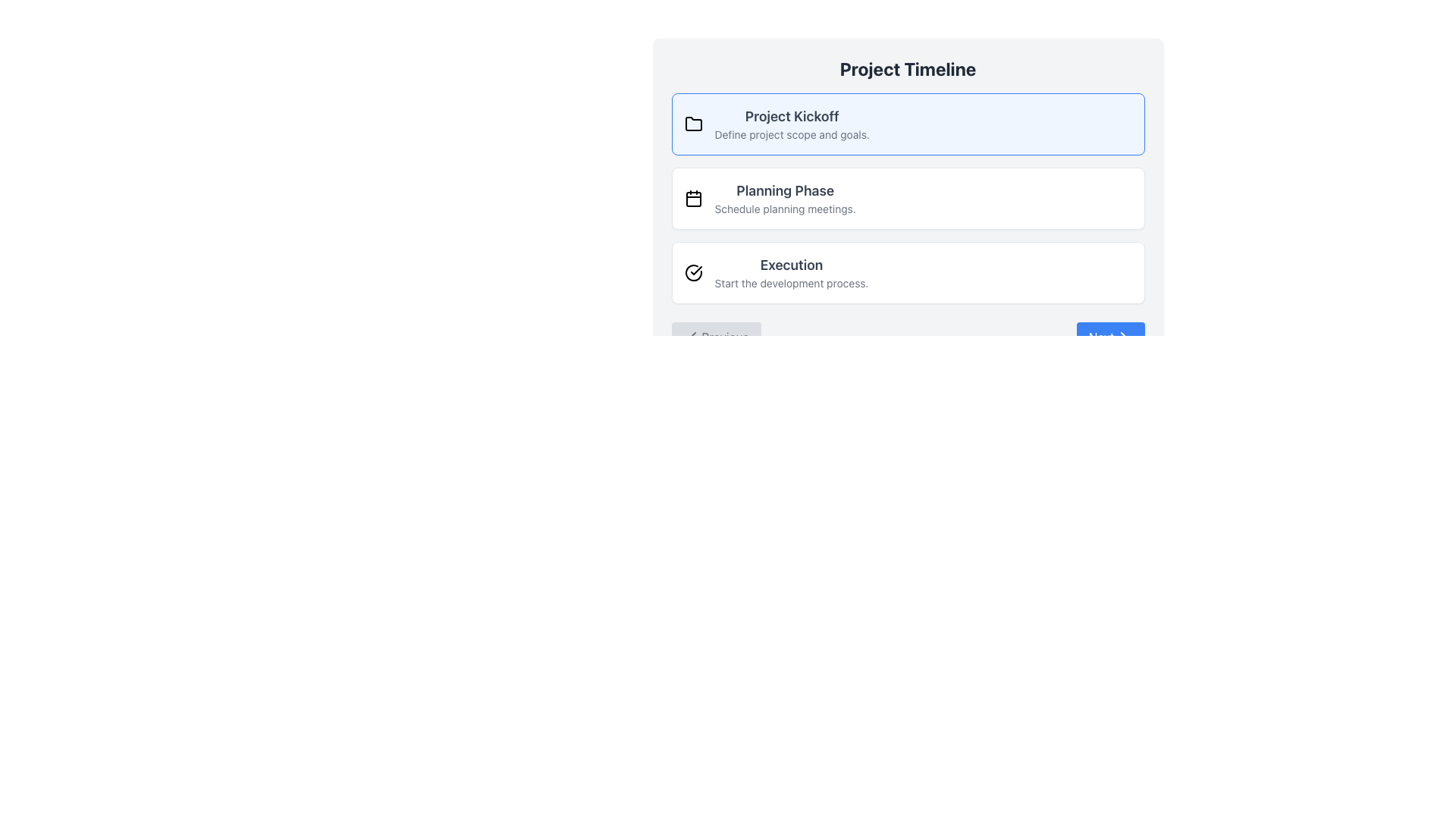 The width and height of the screenshot is (1456, 819). I want to click on bolded header text 'Execution' located in the content box representing a timeline step, positioned above the subheader 'Start the development process', so click(790, 265).